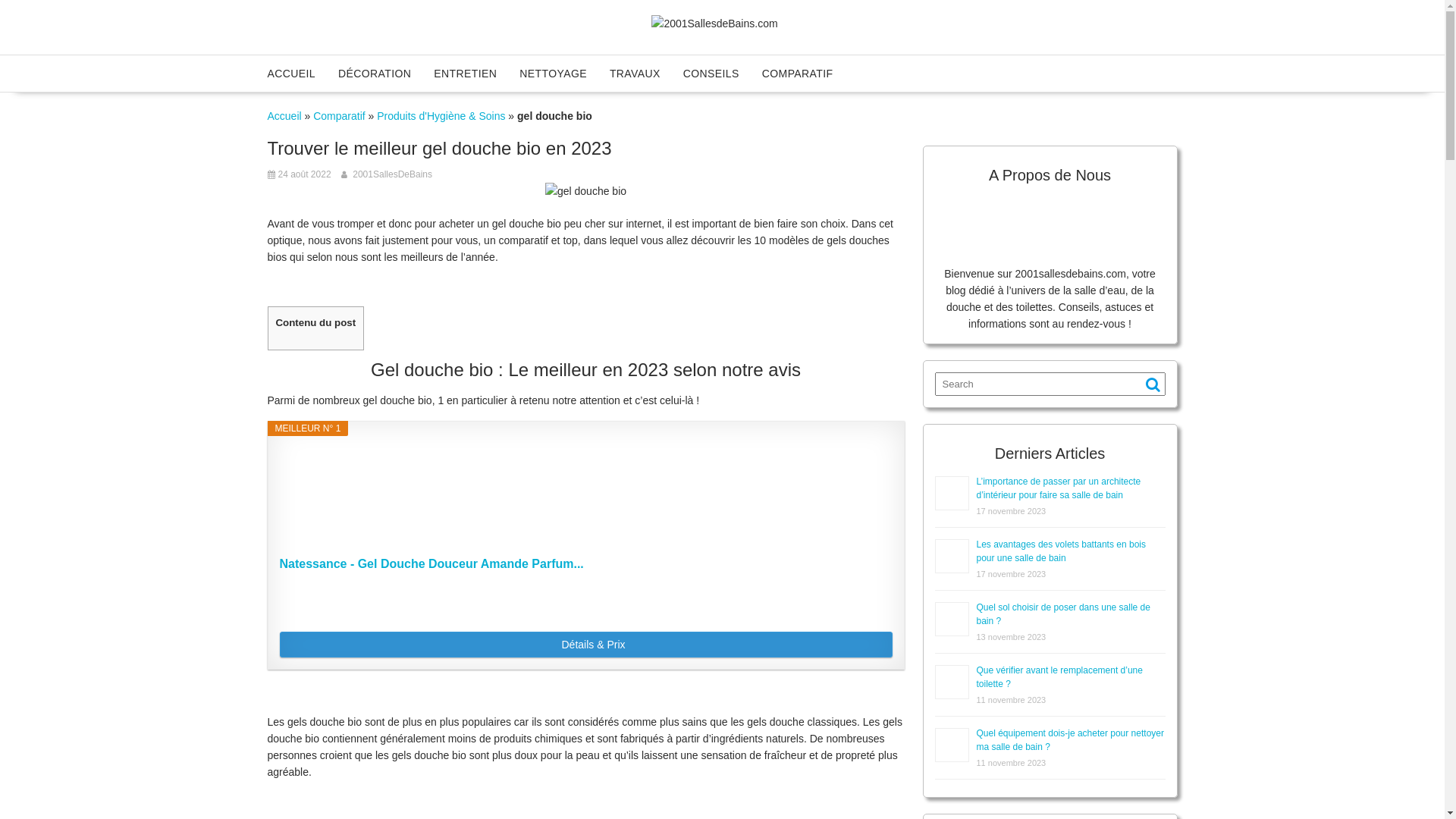  What do you see at coordinates (291, 73) in the screenshot?
I see `'ACCUEIL'` at bounding box center [291, 73].